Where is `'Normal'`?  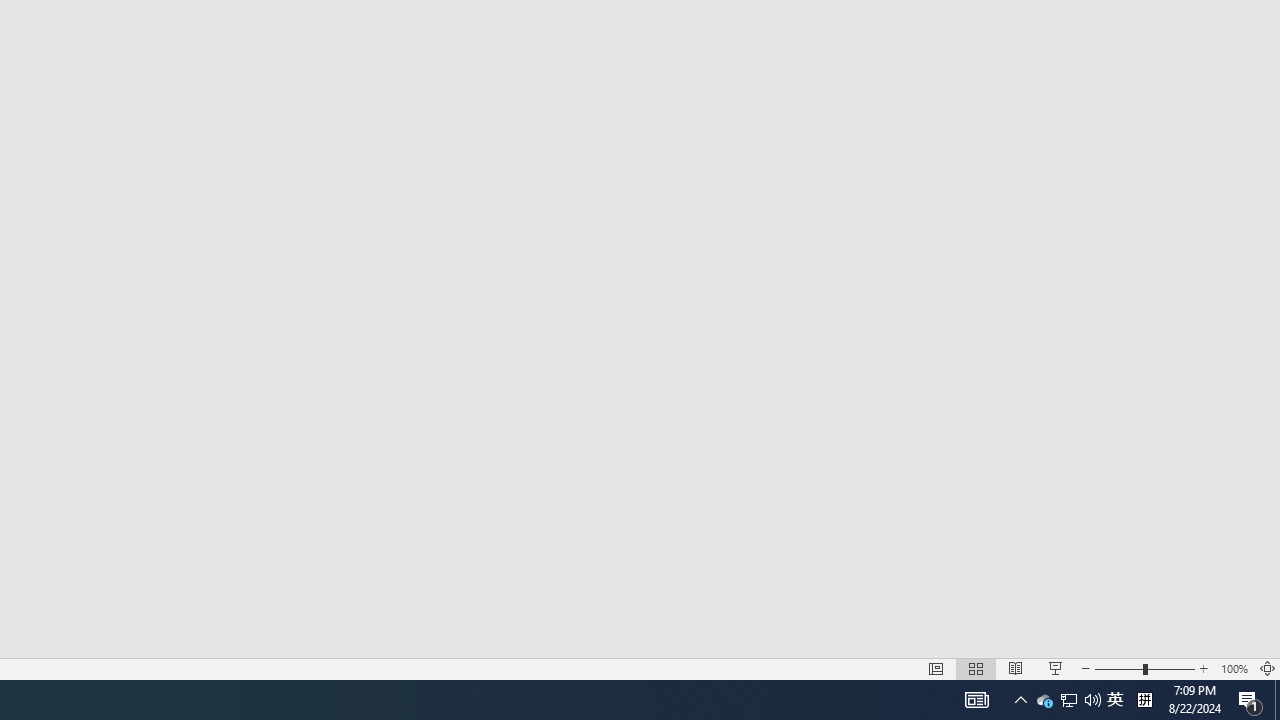
'Normal' is located at coordinates (935, 669).